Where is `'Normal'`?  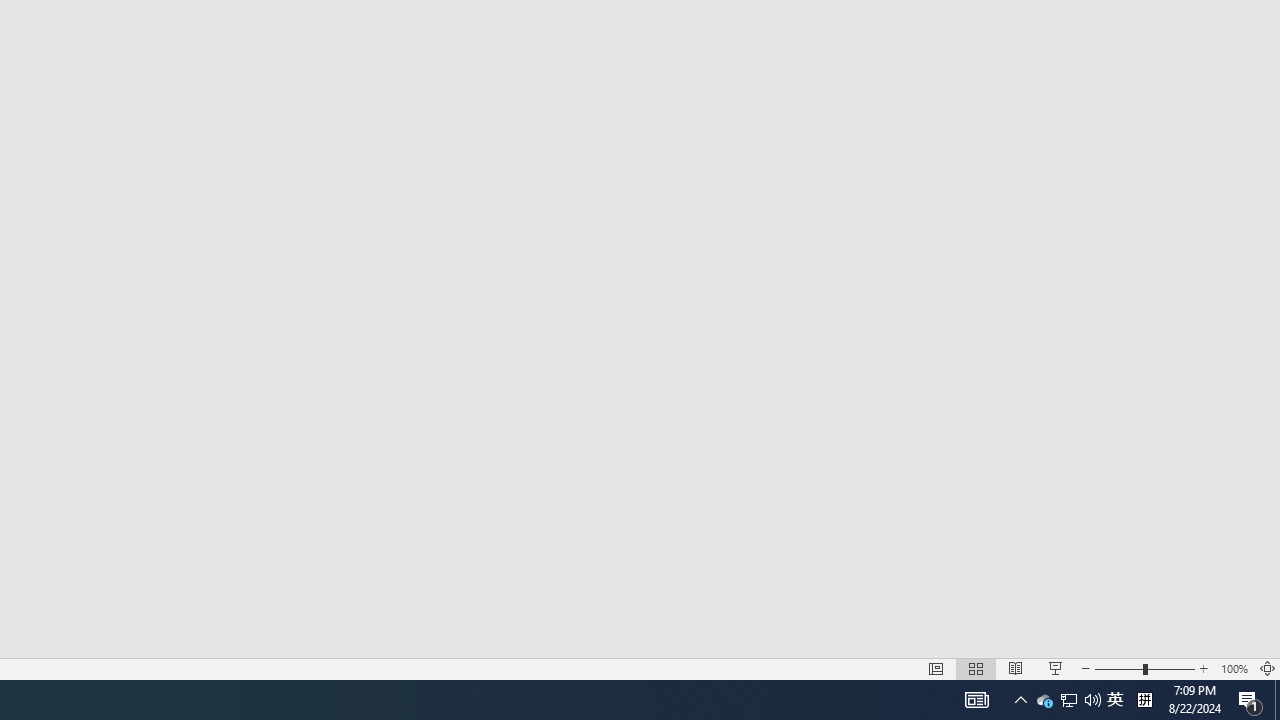
'Normal' is located at coordinates (935, 669).